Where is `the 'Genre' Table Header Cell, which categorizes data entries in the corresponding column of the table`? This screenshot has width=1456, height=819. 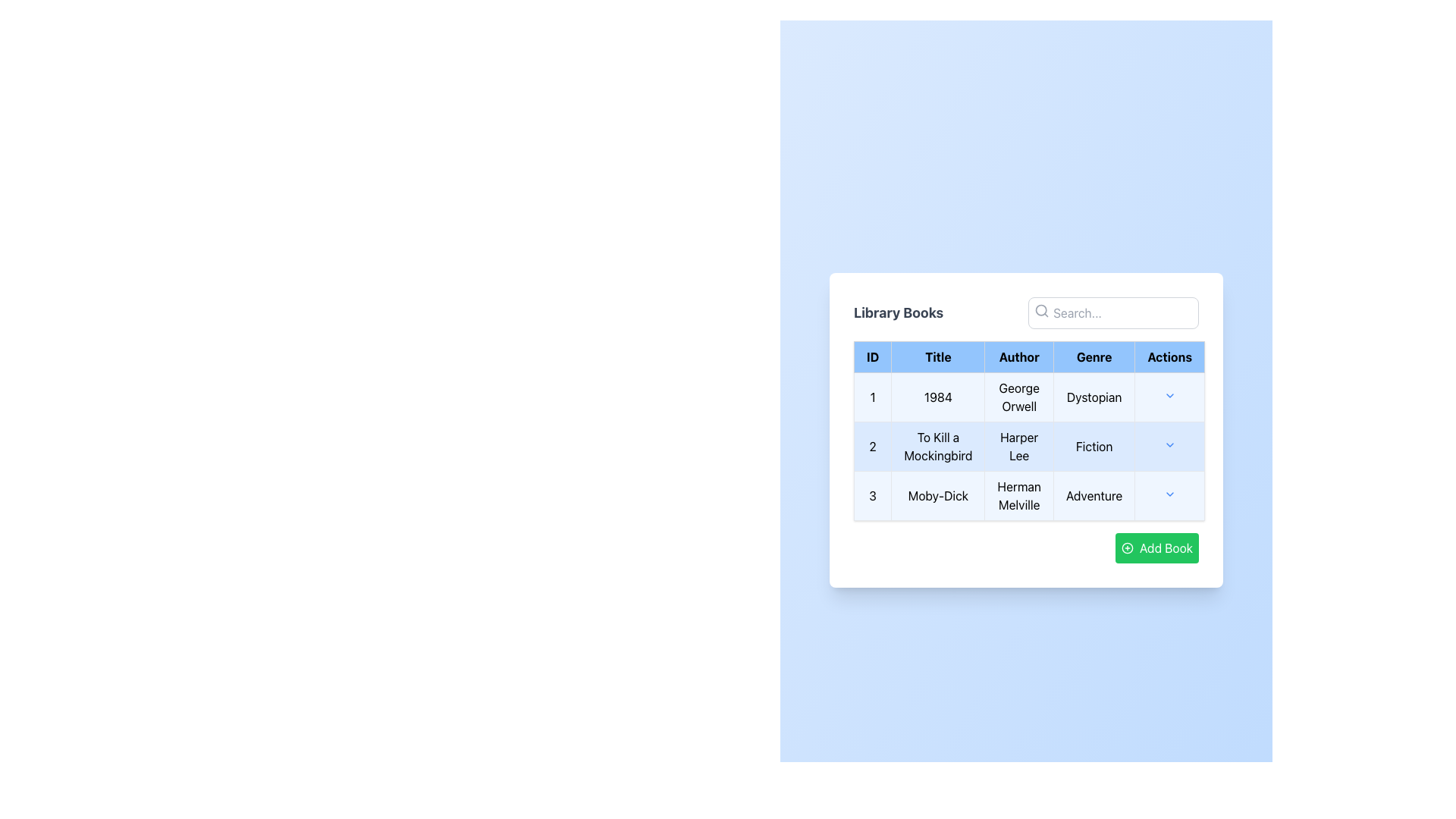
the 'Genre' Table Header Cell, which categorizes data entries in the corresponding column of the table is located at coordinates (1094, 356).